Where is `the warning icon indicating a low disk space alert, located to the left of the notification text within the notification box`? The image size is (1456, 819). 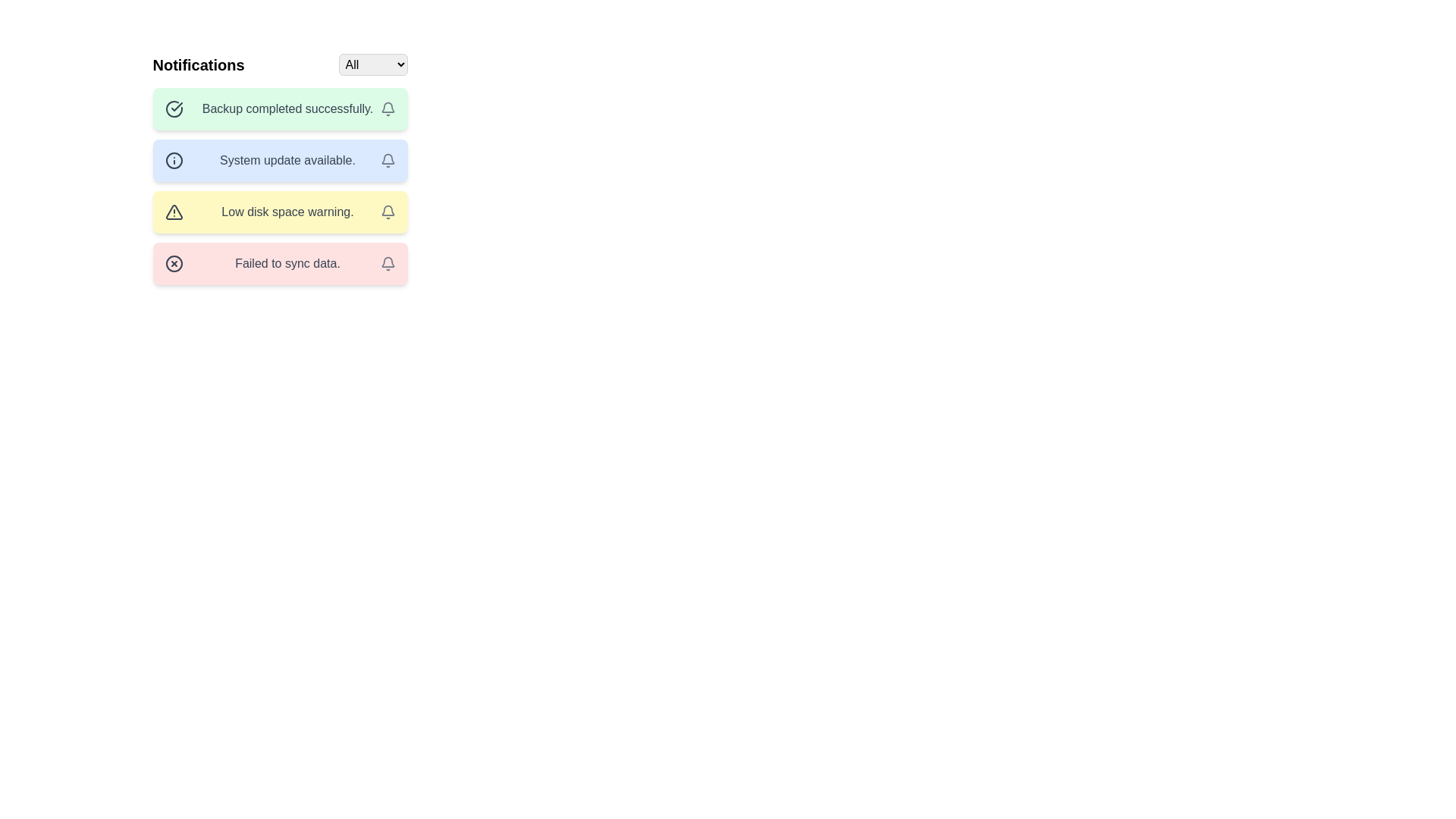
the warning icon indicating a low disk space alert, located to the left of the notification text within the notification box is located at coordinates (174, 212).